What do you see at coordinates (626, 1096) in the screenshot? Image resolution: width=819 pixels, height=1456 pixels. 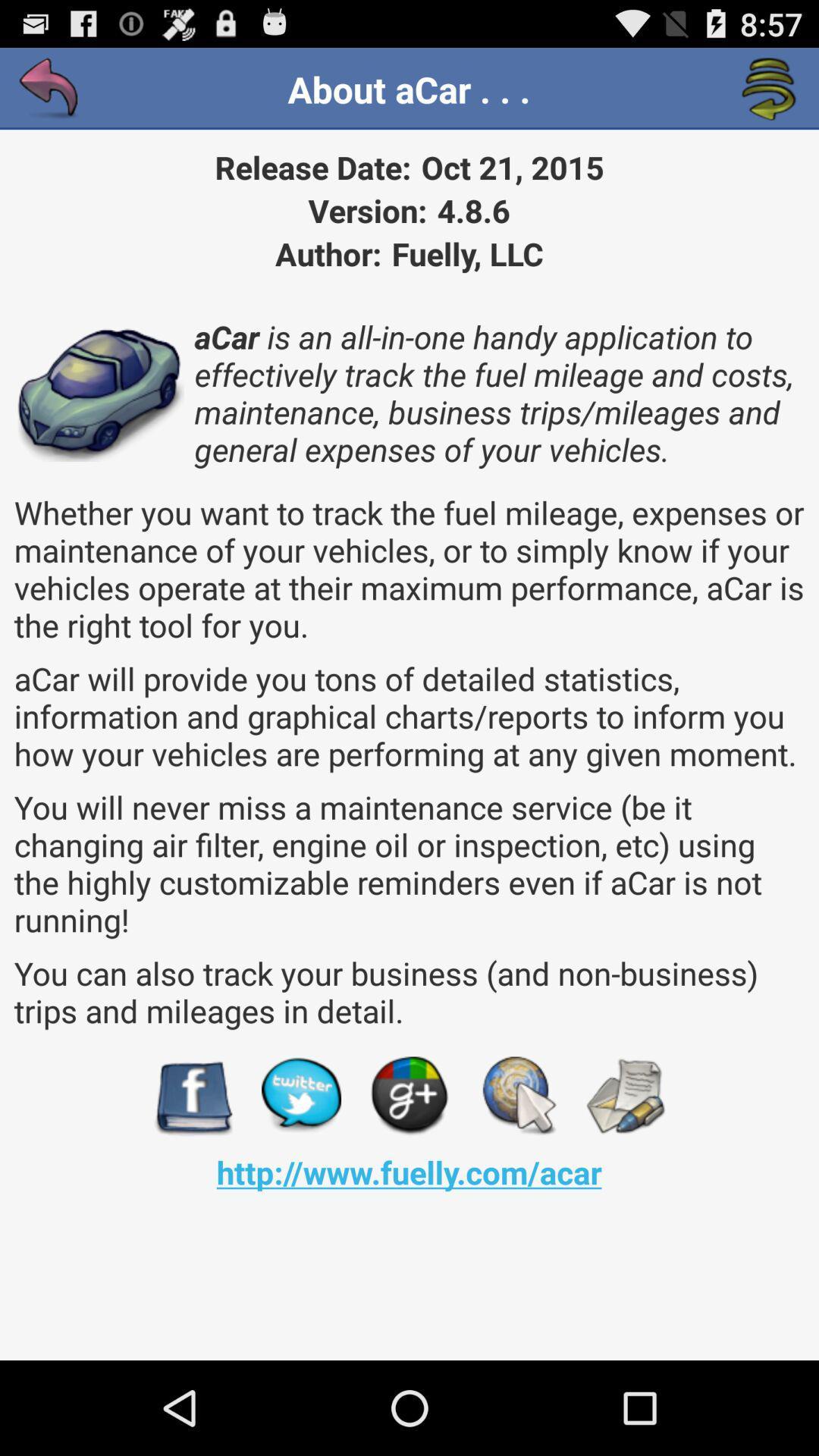 I see `send email` at bounding box center [626, 1096].